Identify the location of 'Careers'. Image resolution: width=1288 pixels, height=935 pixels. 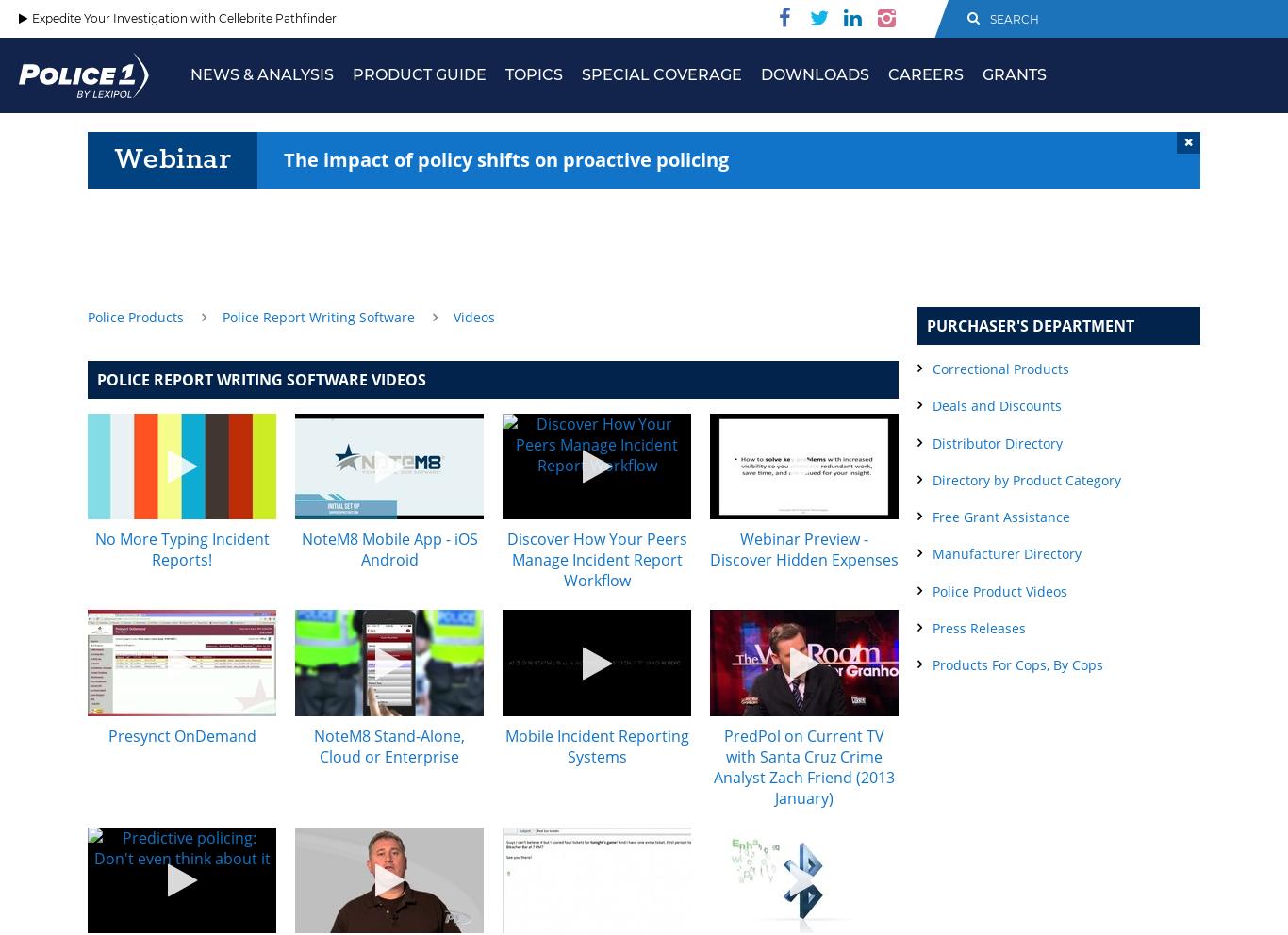
(887, 74).